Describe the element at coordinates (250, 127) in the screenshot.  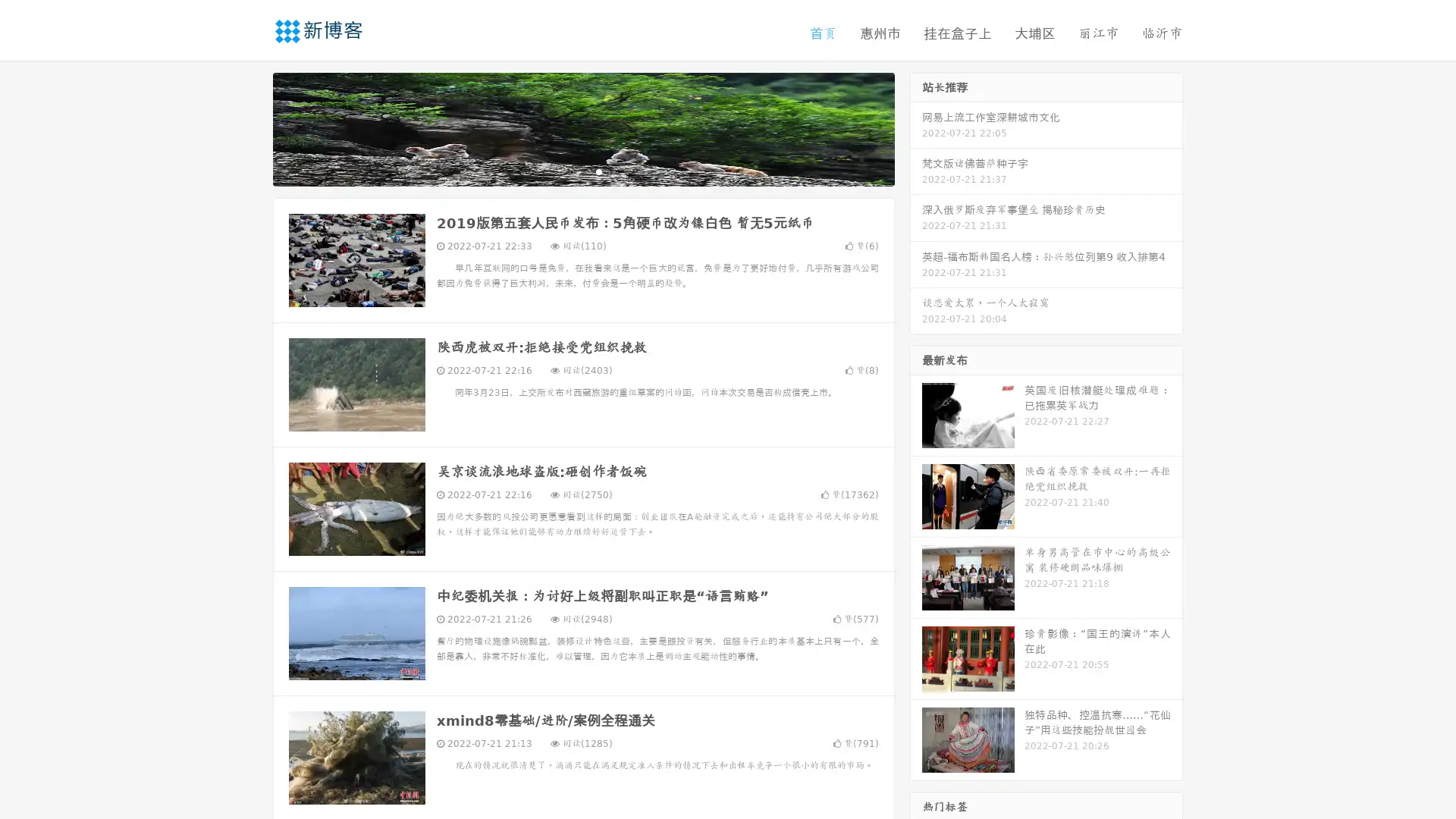
I see `Previous slide` at that location.